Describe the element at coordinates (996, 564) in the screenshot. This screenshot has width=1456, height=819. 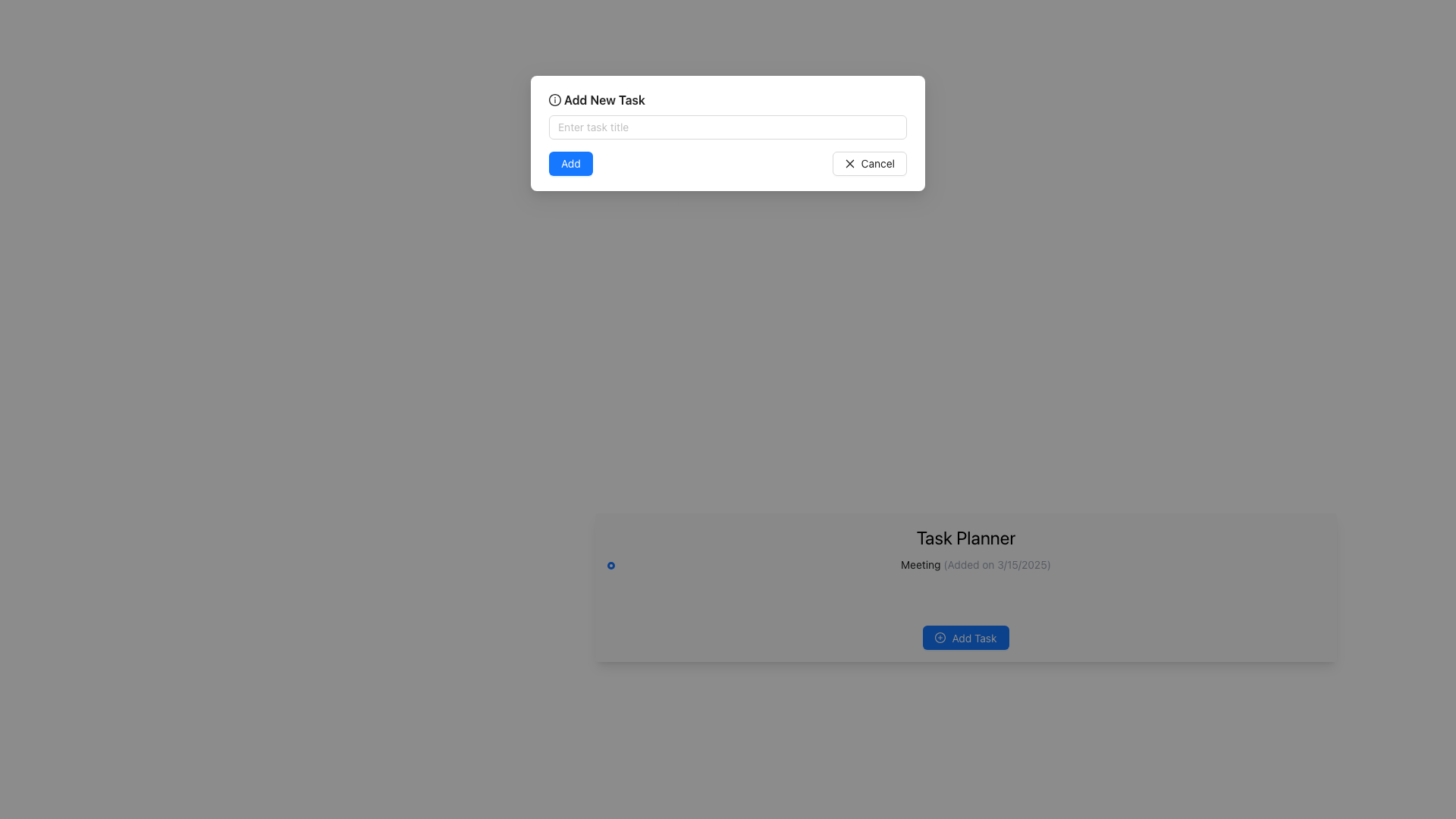
I see `the static information text displaying '(Added on 3/15/2025)' located below the 'Task Planner' heading` at that location.